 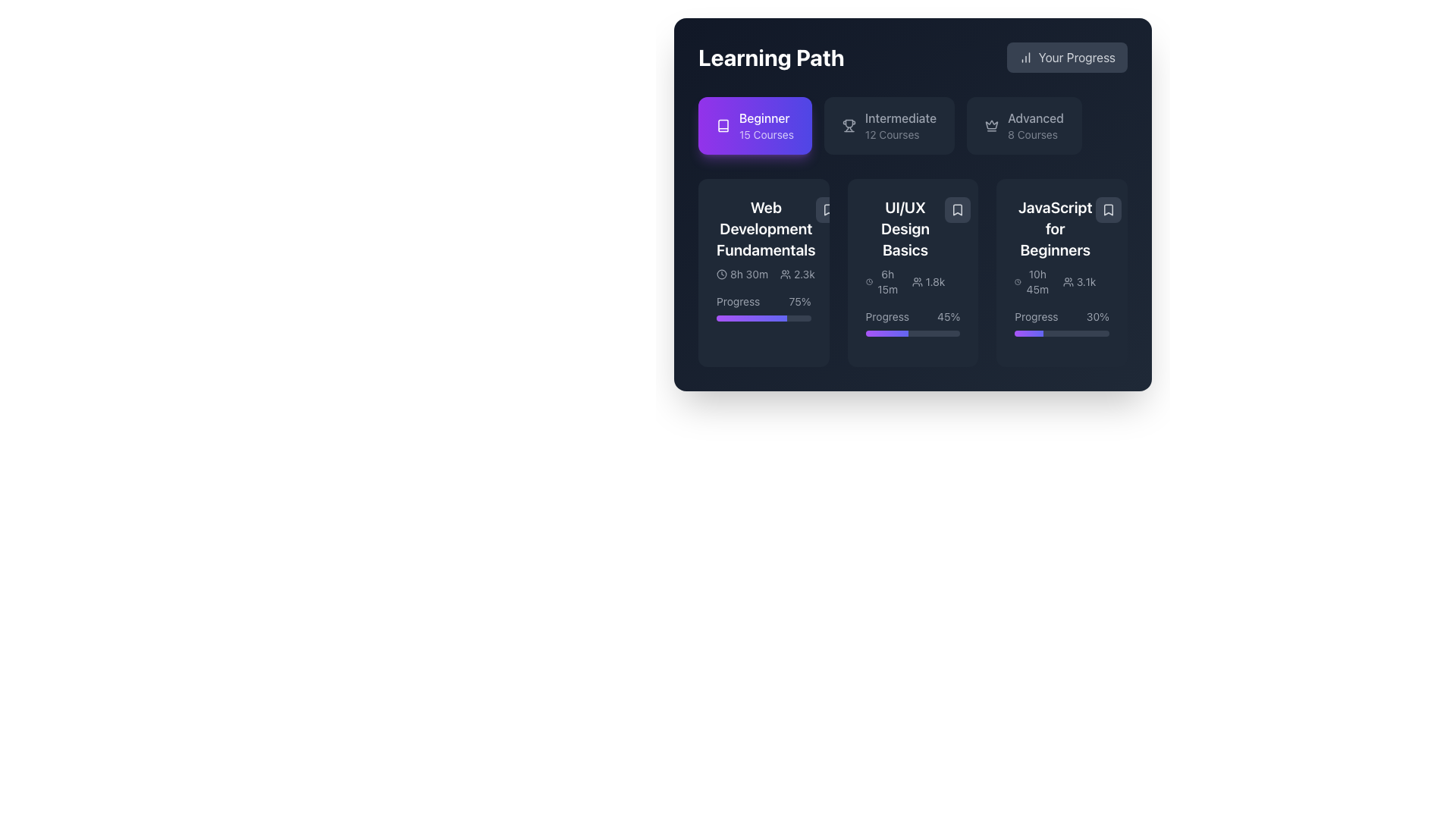 I want to click on the small clock icon next to the text '8h 30m', so click(x=720, y=275).